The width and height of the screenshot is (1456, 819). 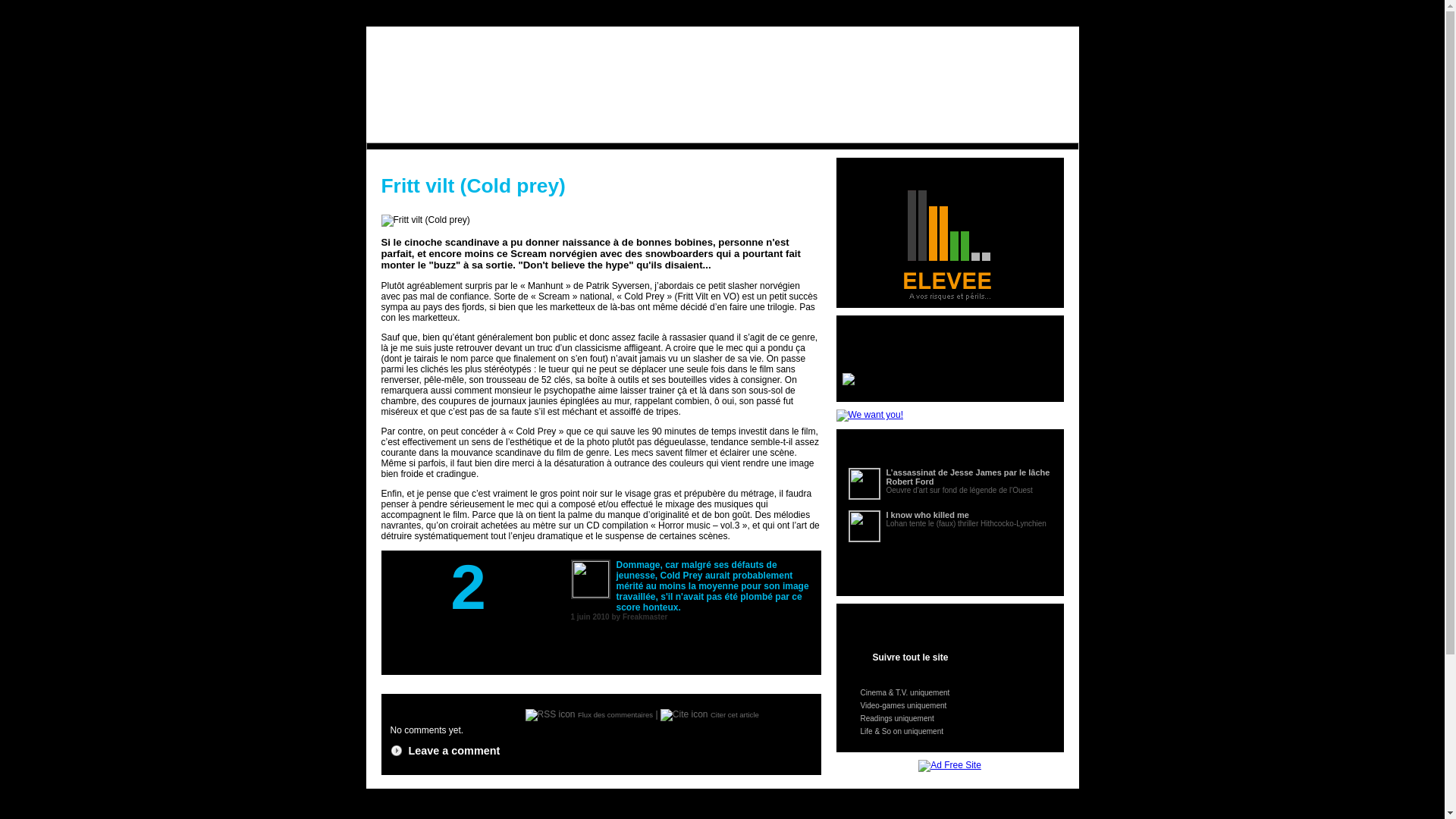 I want to click on 'Life & So on uniquement', so click(x=949, y=730).